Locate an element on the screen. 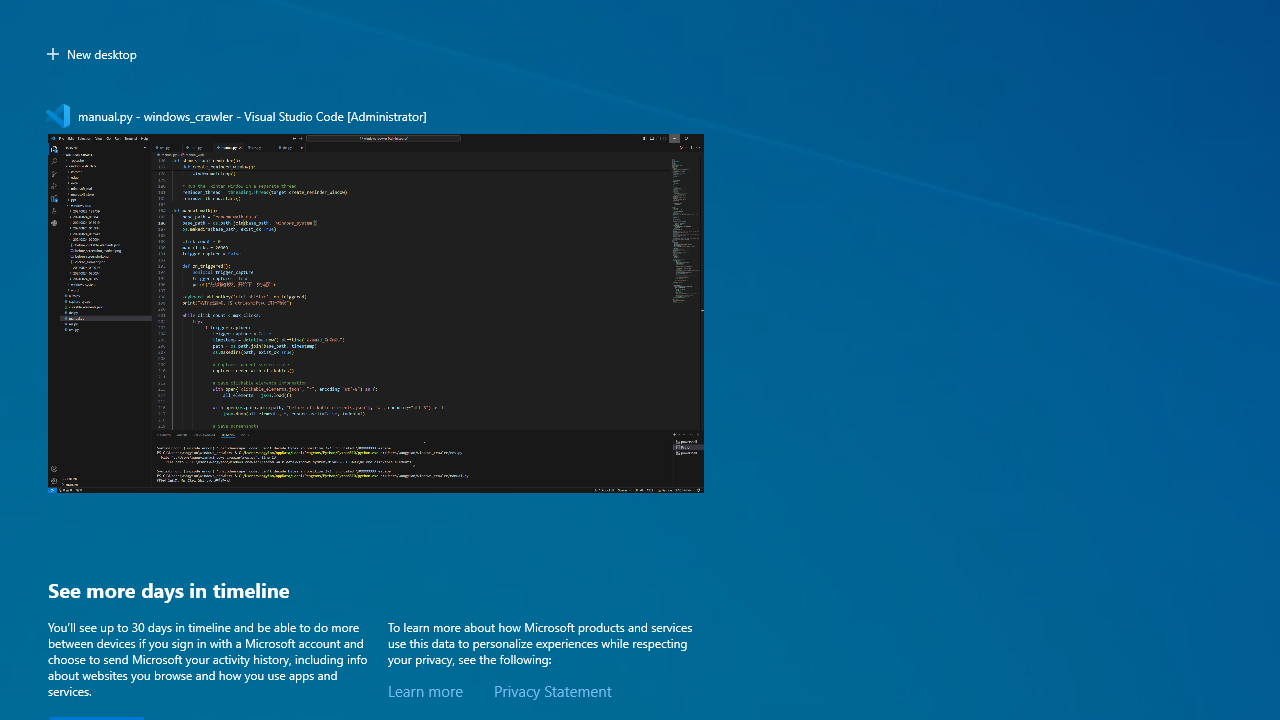 The height and width of the screenshot is (720, 1280). 'Close' is located at coordinates (694, 115).